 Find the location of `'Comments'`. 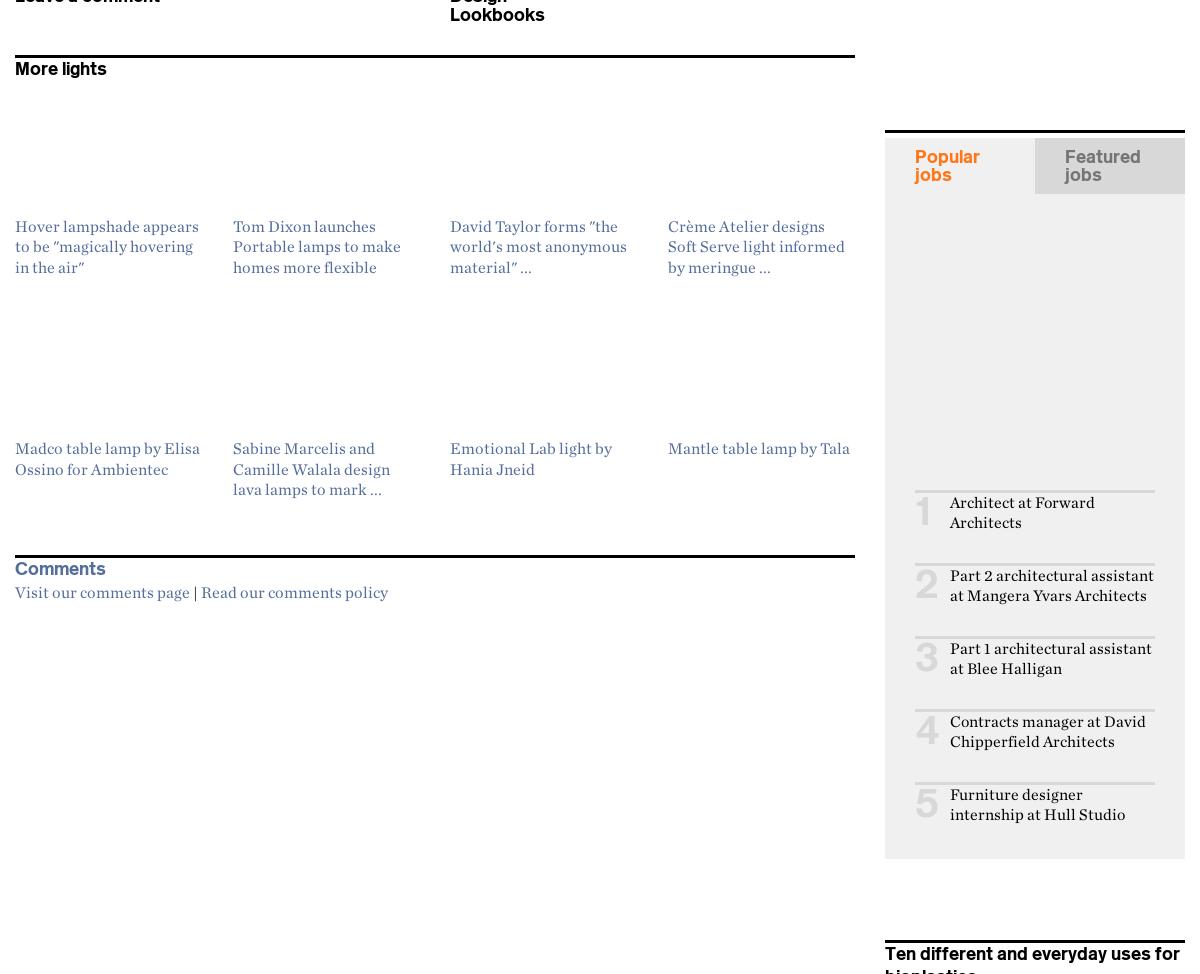

'Comments' is located at coordinates (60, 568).